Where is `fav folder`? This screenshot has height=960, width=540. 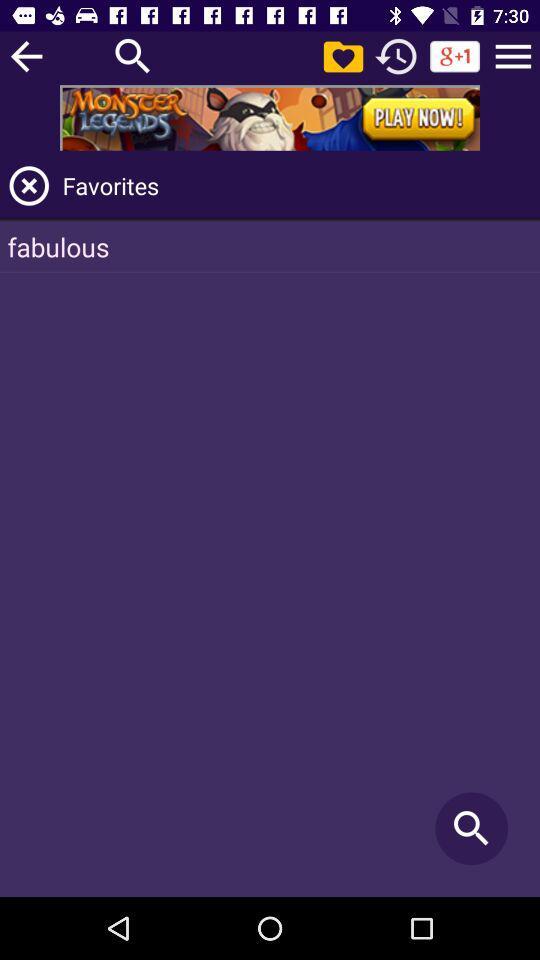 fav folder is located at coordinates (342, 55).